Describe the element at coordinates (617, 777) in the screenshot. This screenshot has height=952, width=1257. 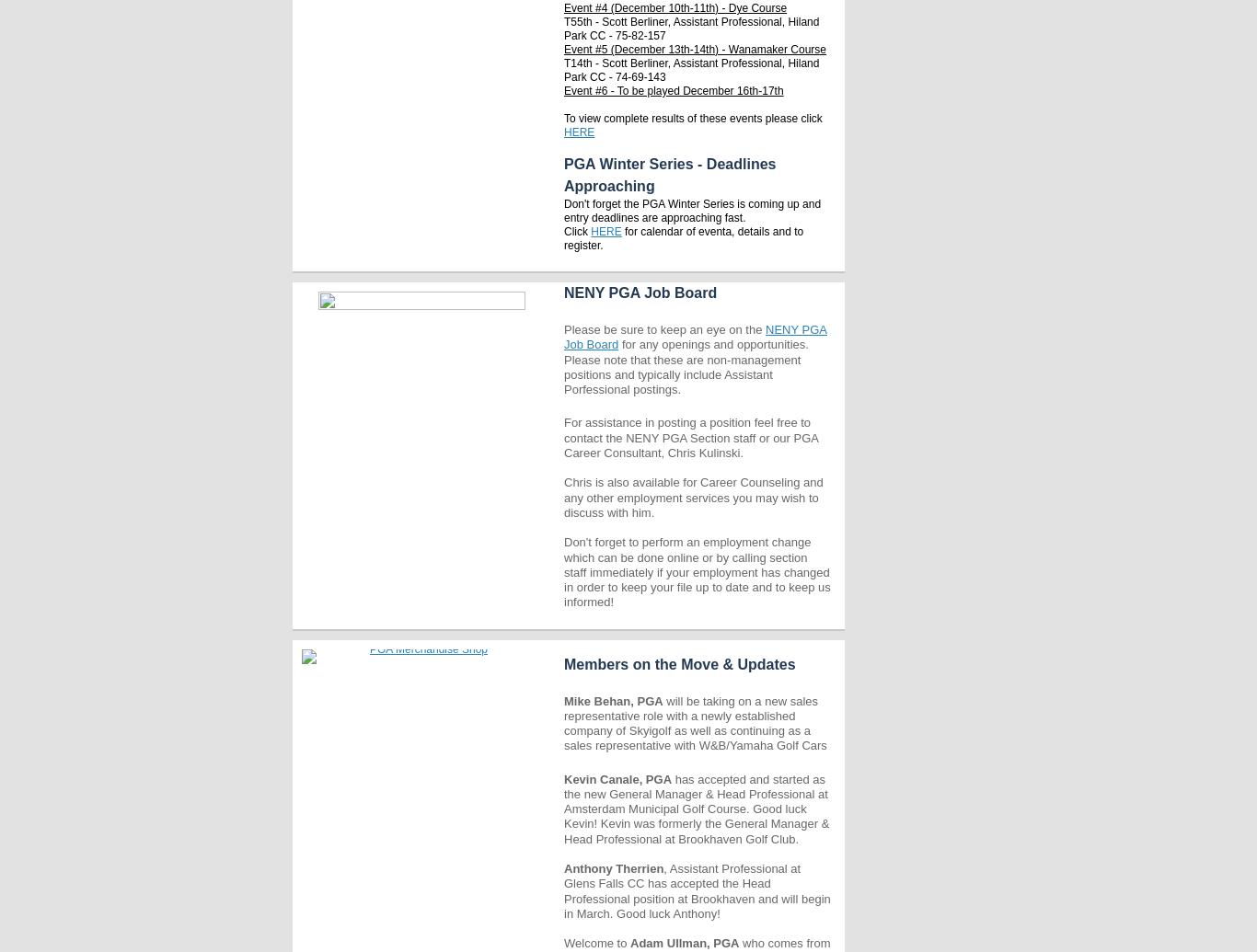
I see `'Kevin Canale, PGA'` at that location.